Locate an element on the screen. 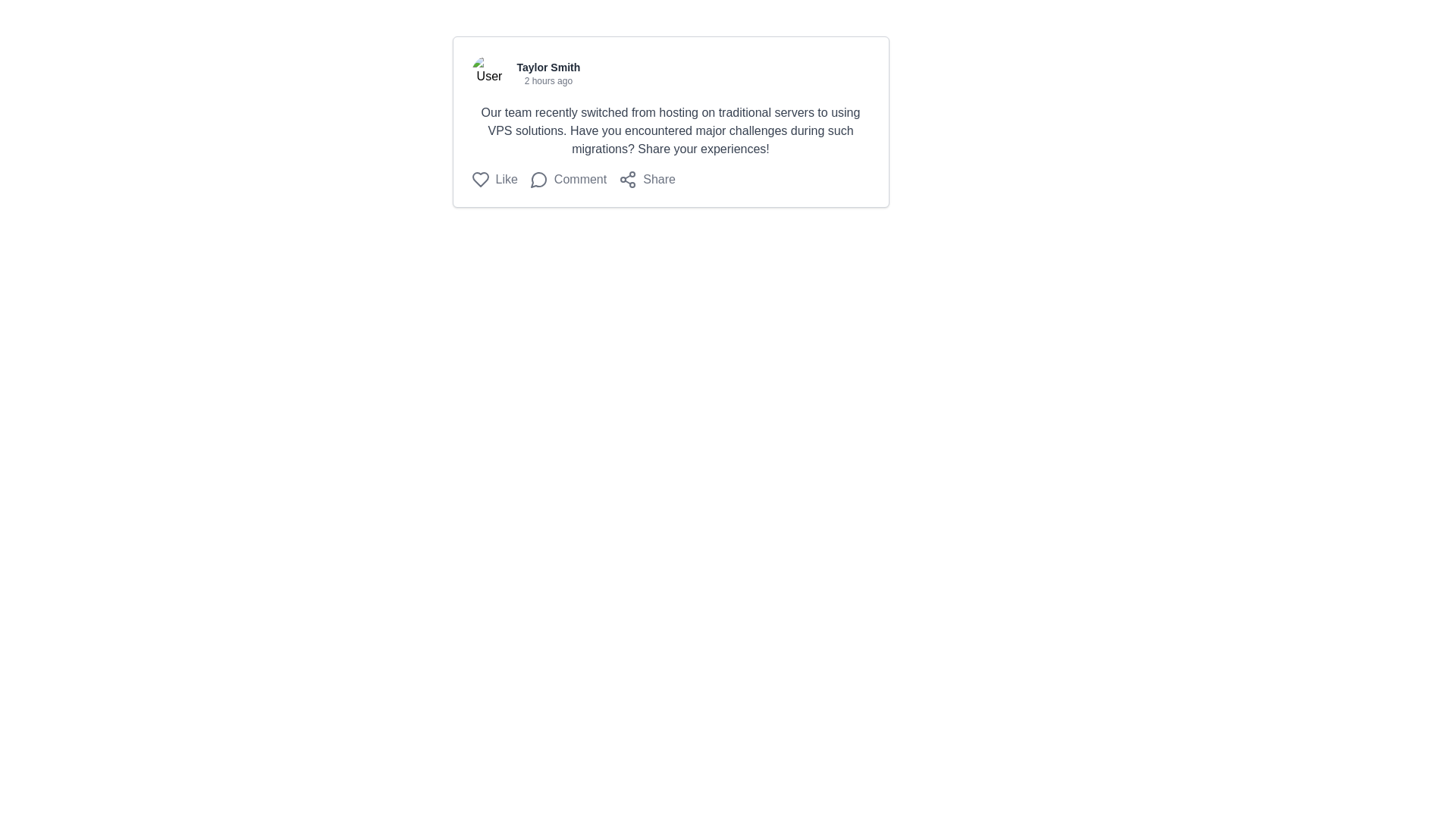 This screenshot has width=1456, height=819. the outlined heart-shaped icon, which is gray and located to the left of the 'Like' text label in a horizontal row of interactive elements is located at coordinates (479, 178).